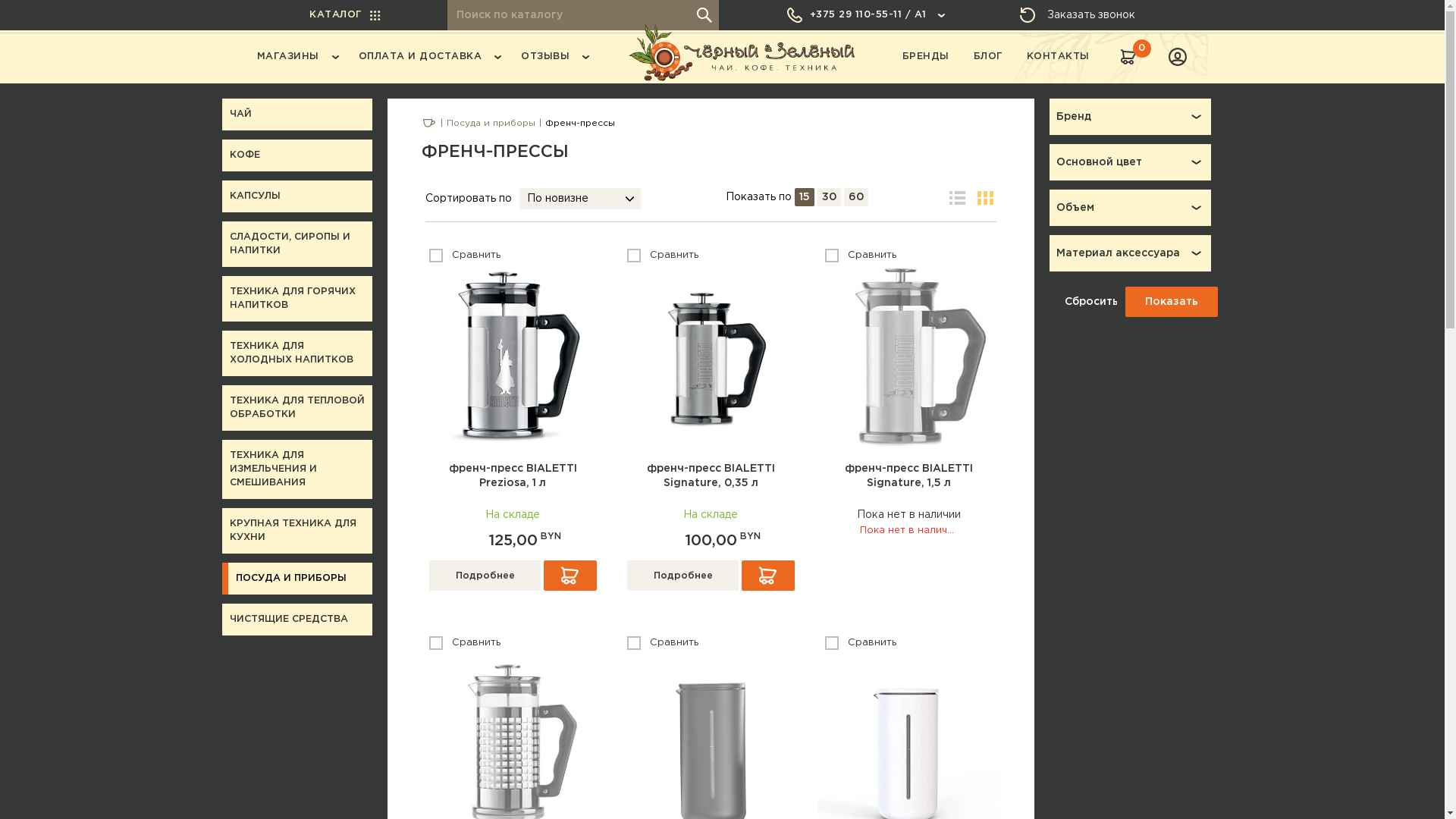 The height and width of the screenshot is (819, 1456). I want to click on 'BlackGreen.by', so click(740, 54).